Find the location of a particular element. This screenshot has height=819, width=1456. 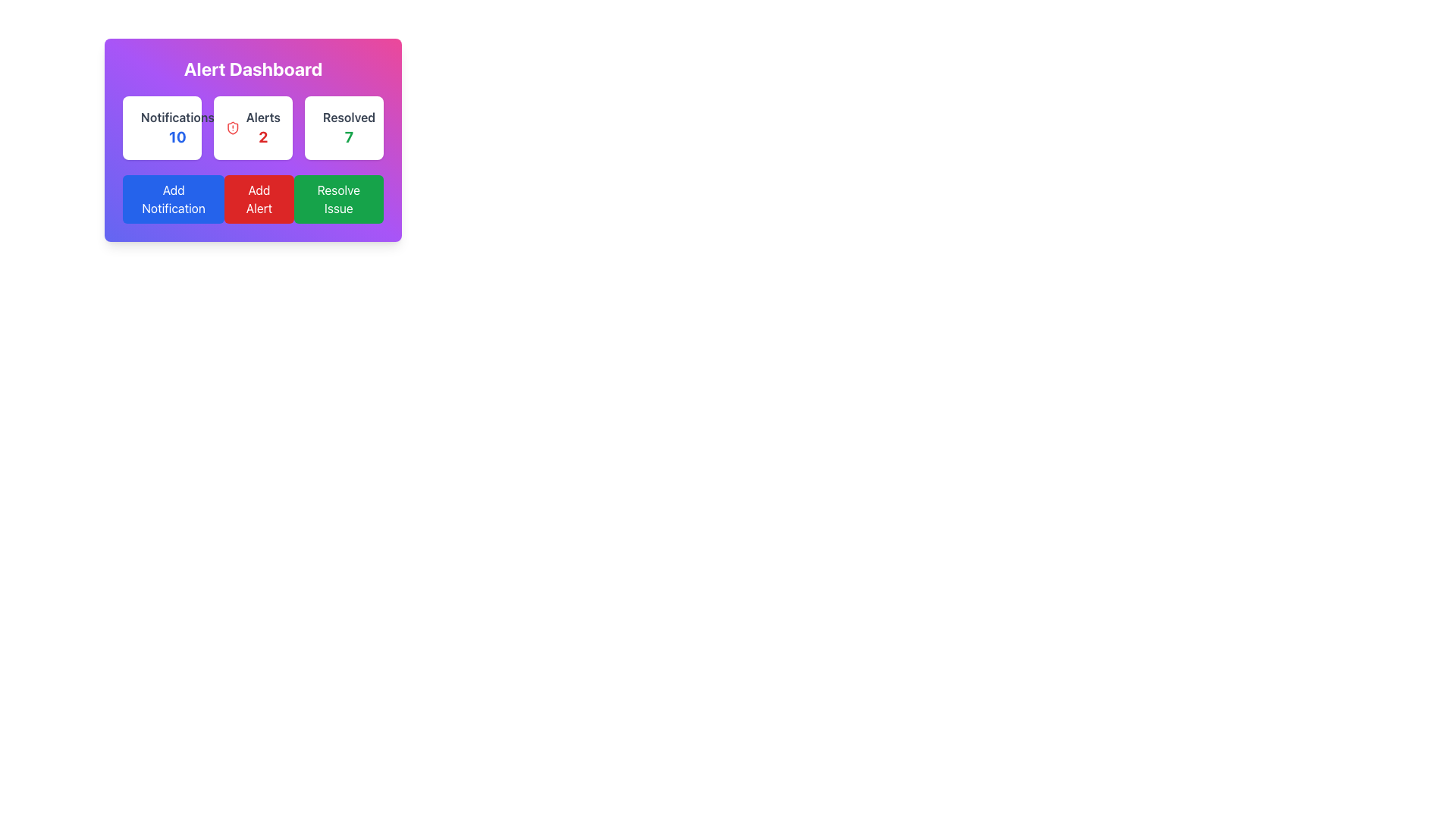

the red shield-shaped icon that signifies alerts, located centrally in the UI with a numerical counter beneath it is located at coordinates (232, 127).